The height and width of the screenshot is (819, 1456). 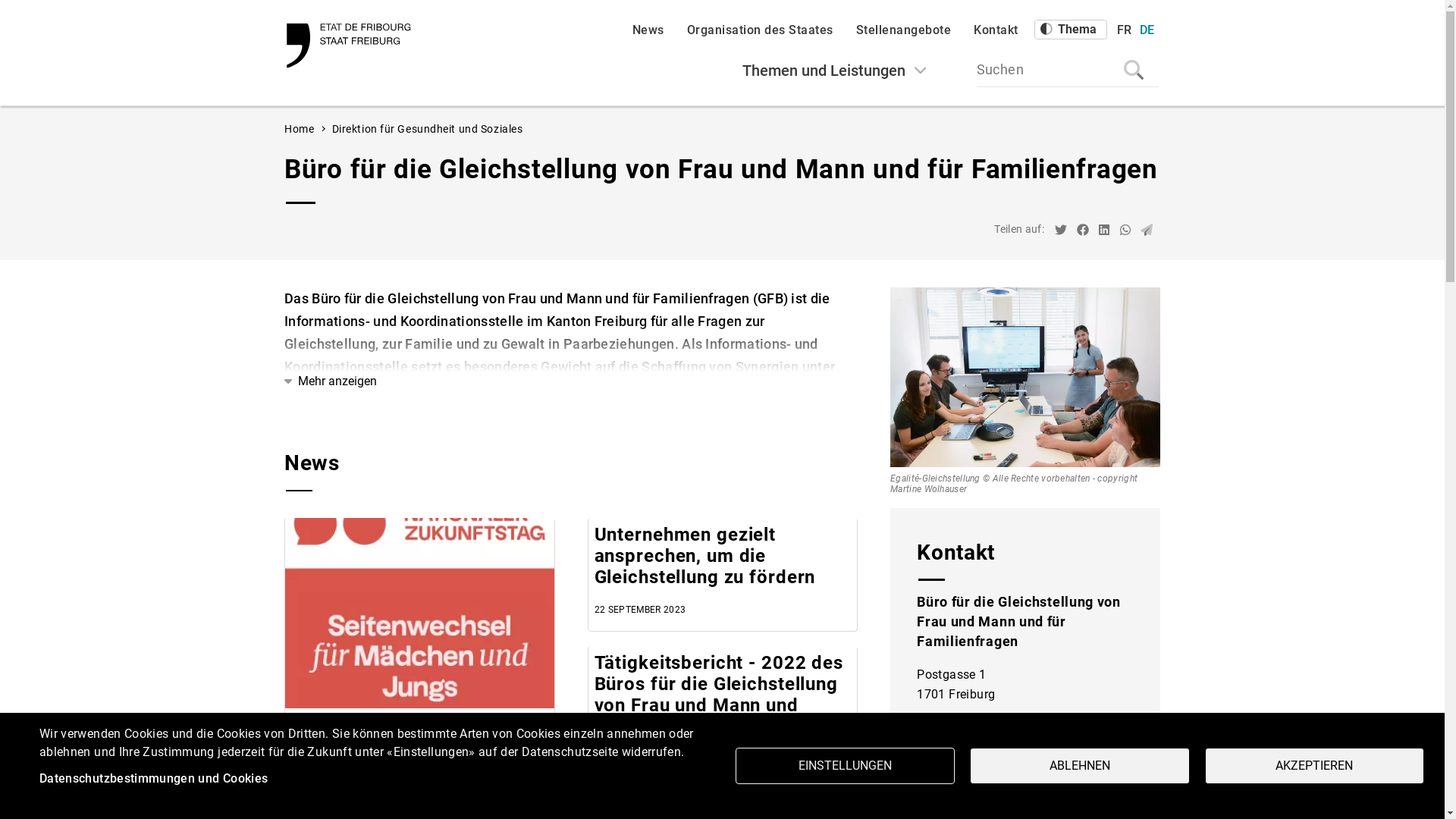 What do you see at coordinates (1082, 231) in the screenshot?
I see `'Teilen auf Facebook'` at bounding box center [1082, 231].